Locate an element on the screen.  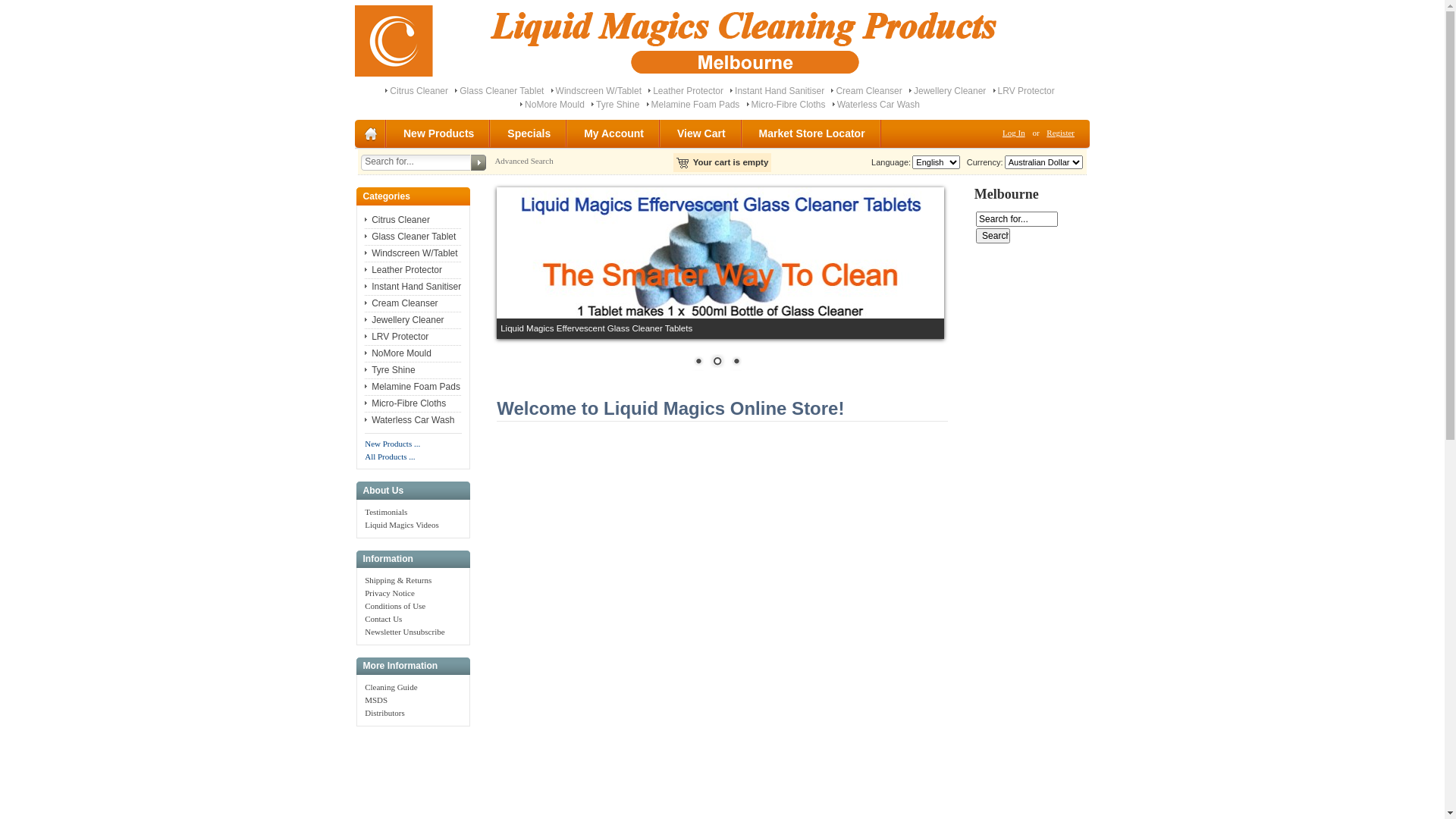
'View Cart' is located at coordinates (701, 133).